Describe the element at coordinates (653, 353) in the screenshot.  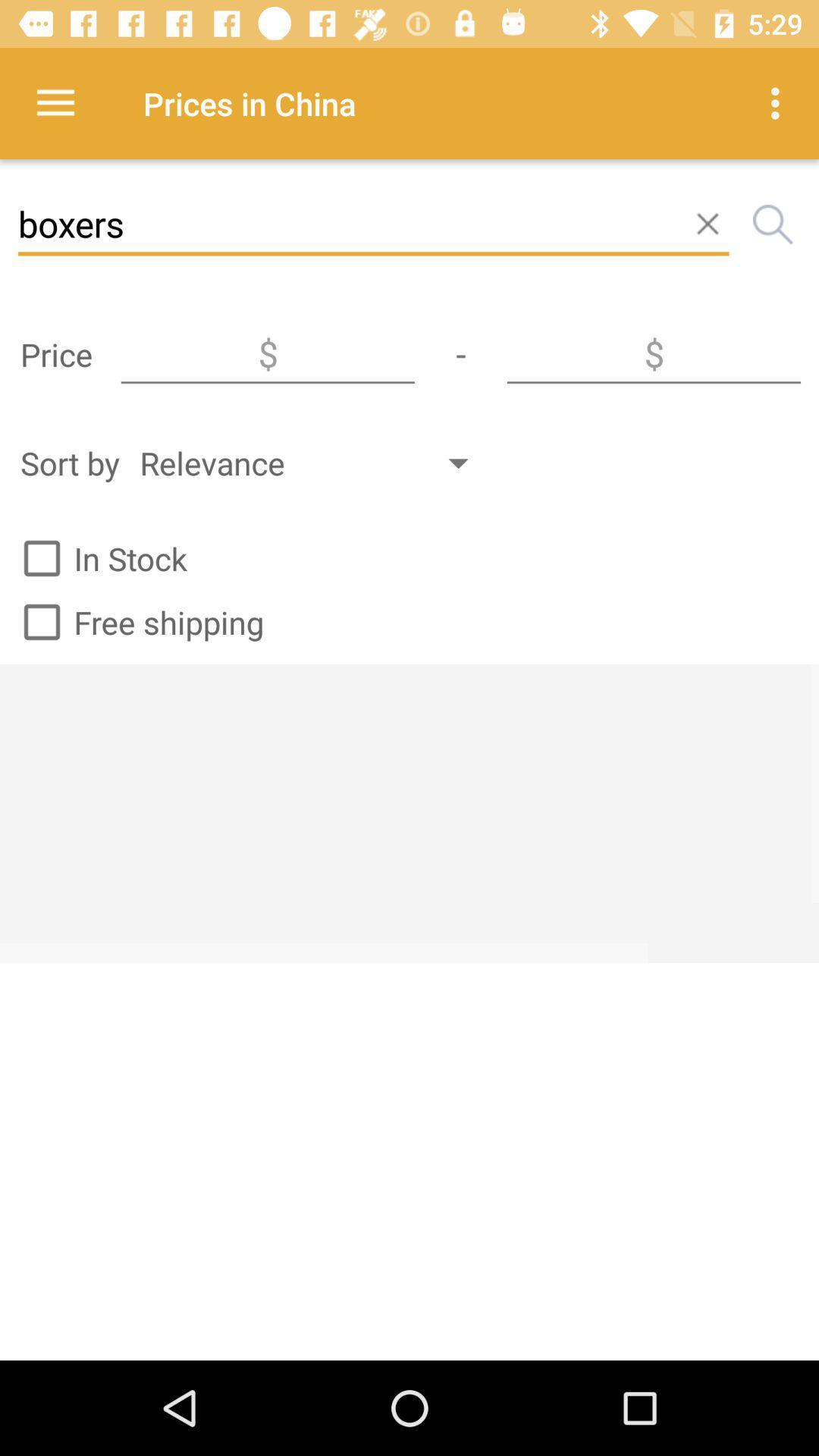
I see `insert a value` at that location.